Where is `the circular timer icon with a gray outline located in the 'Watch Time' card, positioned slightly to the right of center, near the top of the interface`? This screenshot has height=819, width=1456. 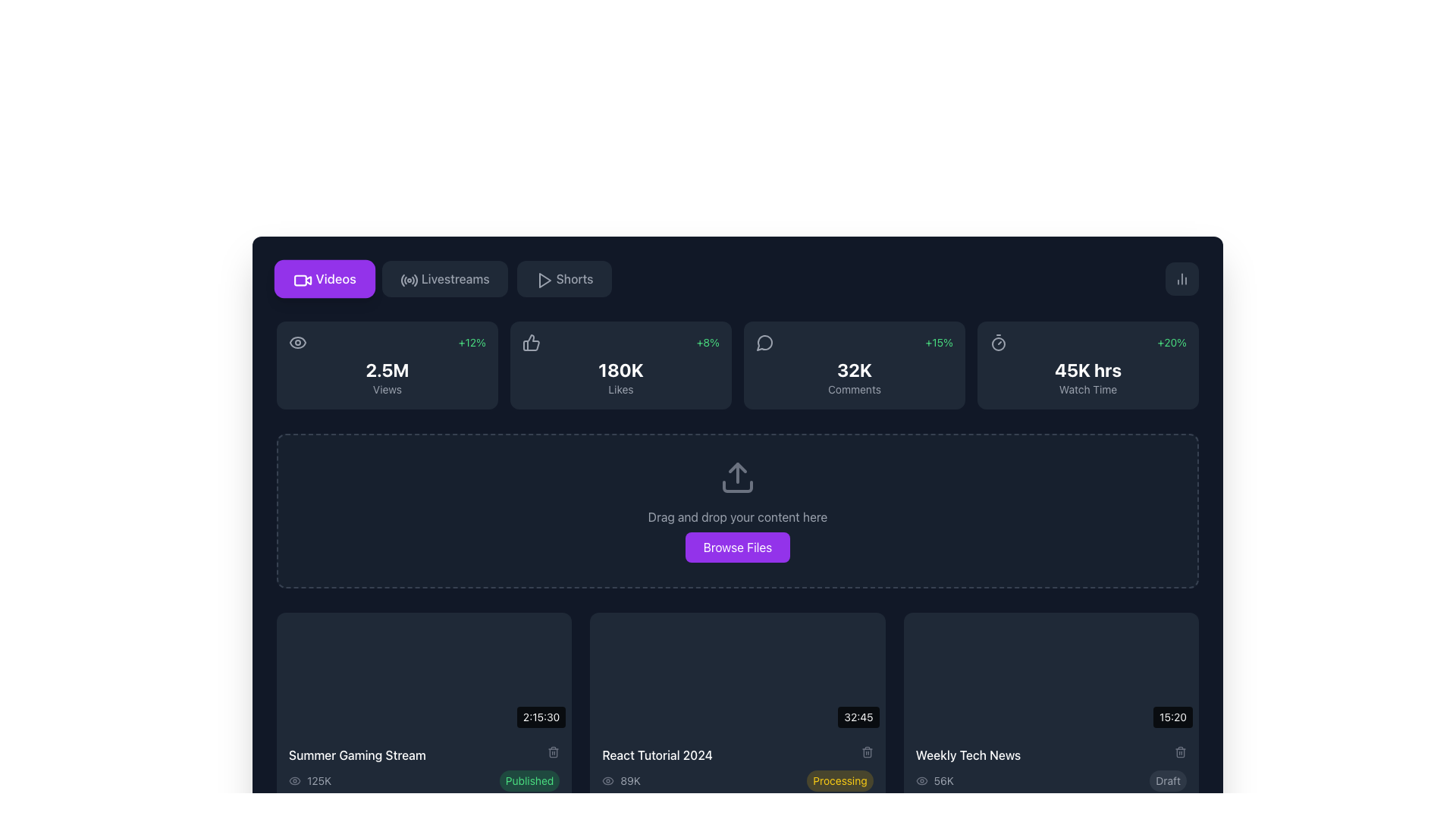
the circular timer icon with a gray outline located in the 'Watch Time' card, positioned slightly to the right of center, near the top of the interface is located at coordinates (998, 342).